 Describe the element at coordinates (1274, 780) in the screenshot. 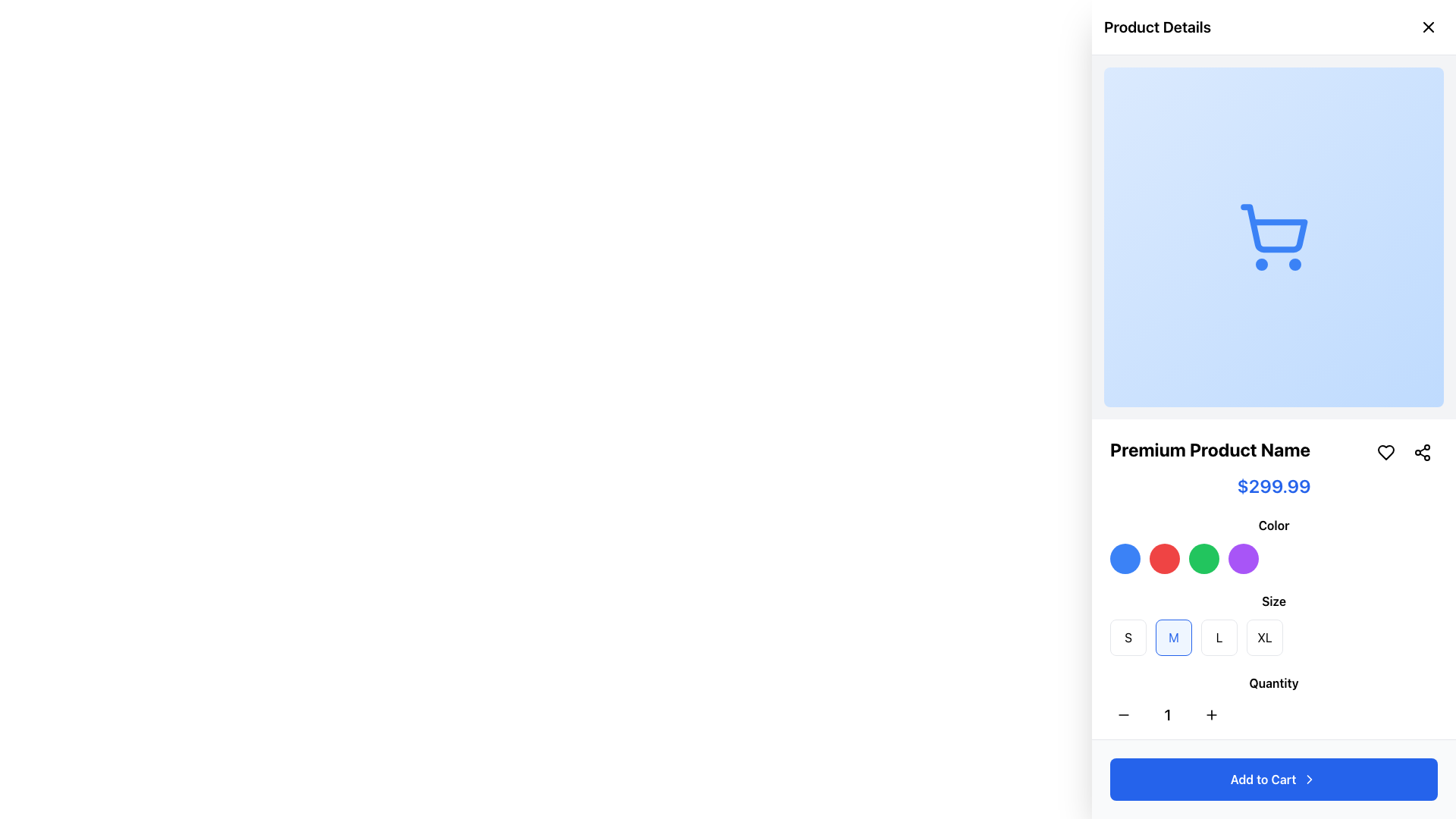

I see `the 'Add to Cart' button, which is a rectangular button with a blue background and white text, located at the bottom of the product detail view` at that location.